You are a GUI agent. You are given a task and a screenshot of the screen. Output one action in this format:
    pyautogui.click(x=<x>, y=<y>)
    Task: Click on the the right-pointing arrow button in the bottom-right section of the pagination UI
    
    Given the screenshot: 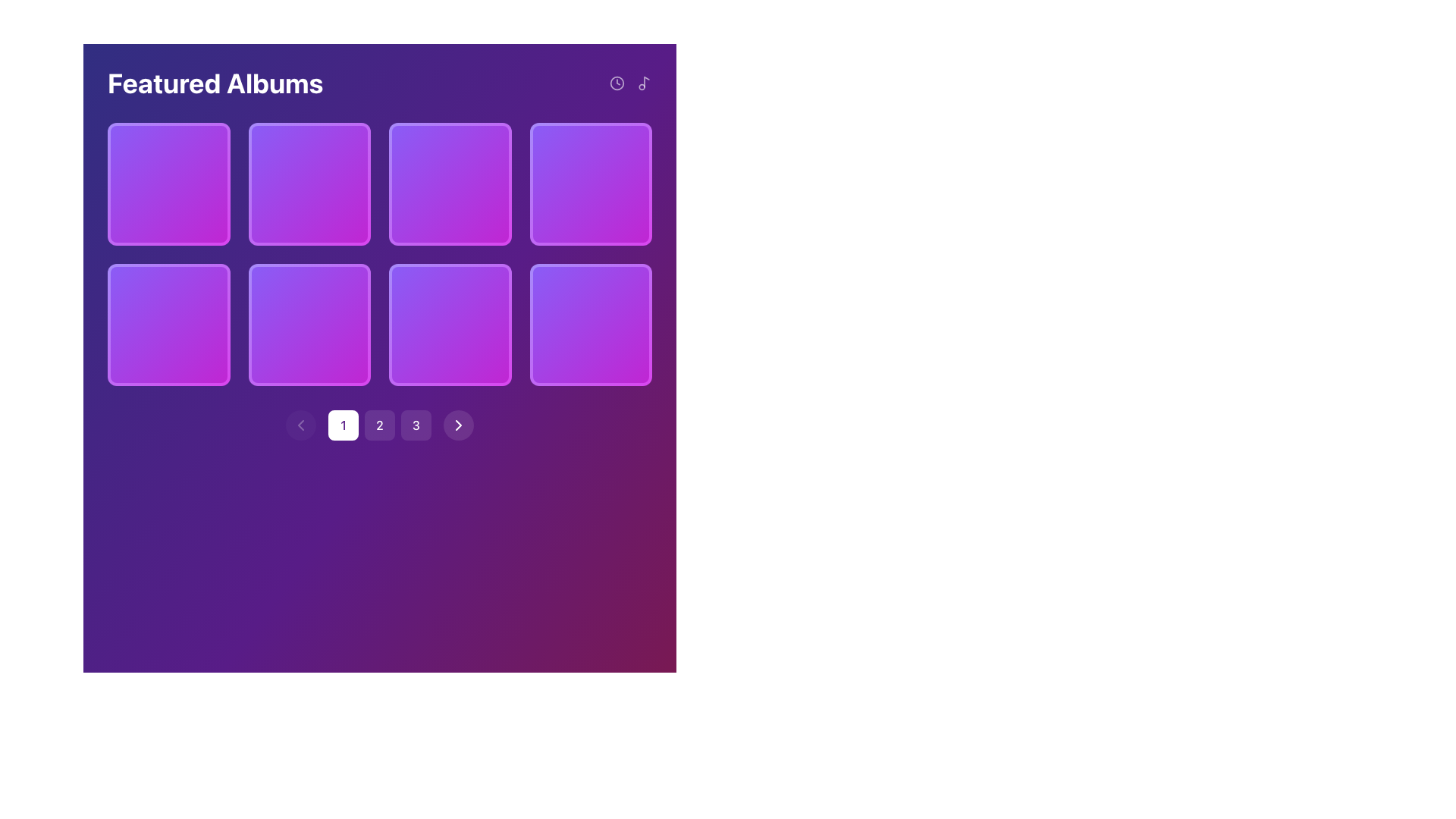 What is the action you would take?
    pyautogui.click(x=457, y=425)
    